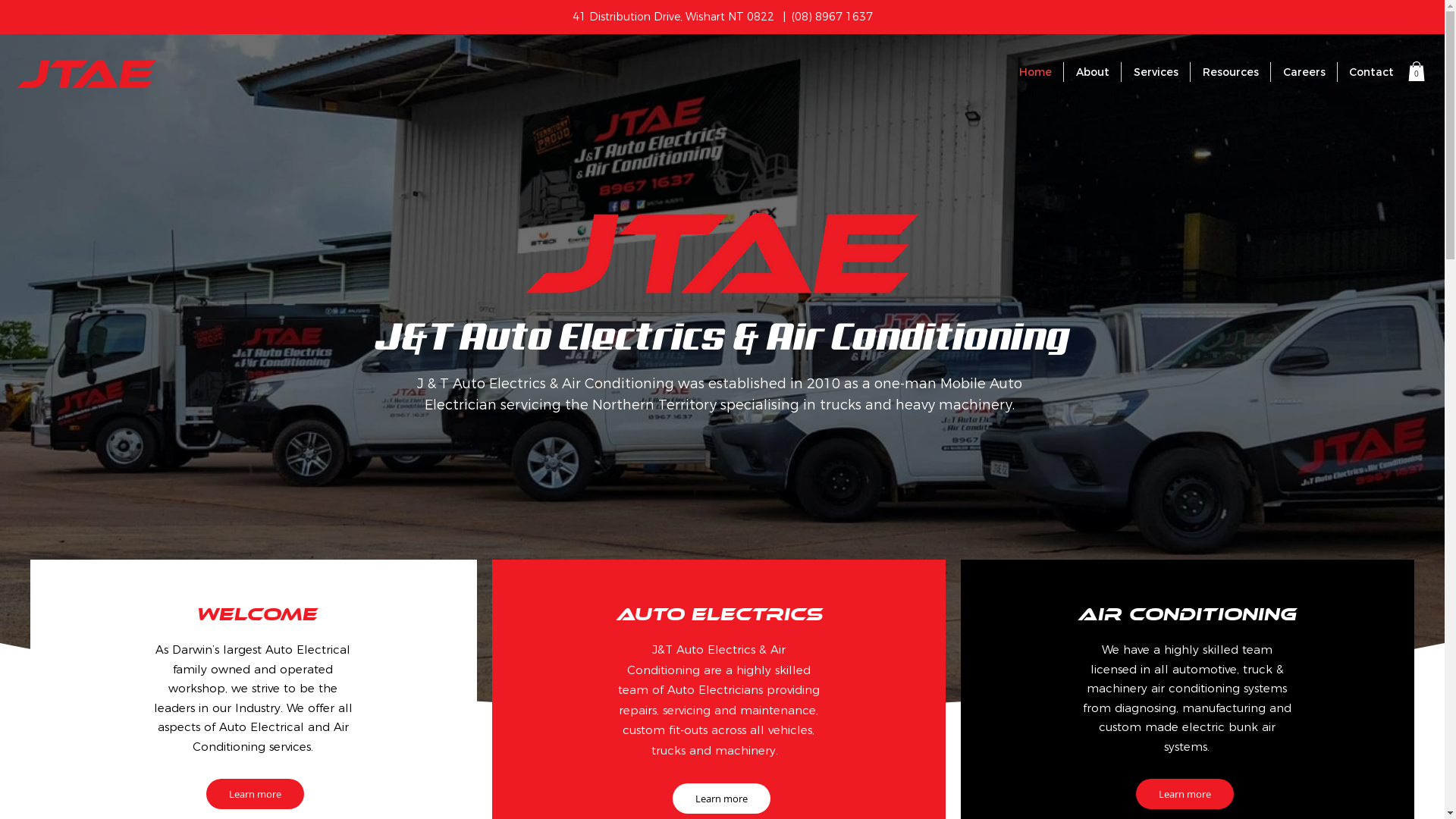  What do you see at coordinates (1371, 72) in the screenshot?
I see `'Contact'` at bounding box center [1371, 72].